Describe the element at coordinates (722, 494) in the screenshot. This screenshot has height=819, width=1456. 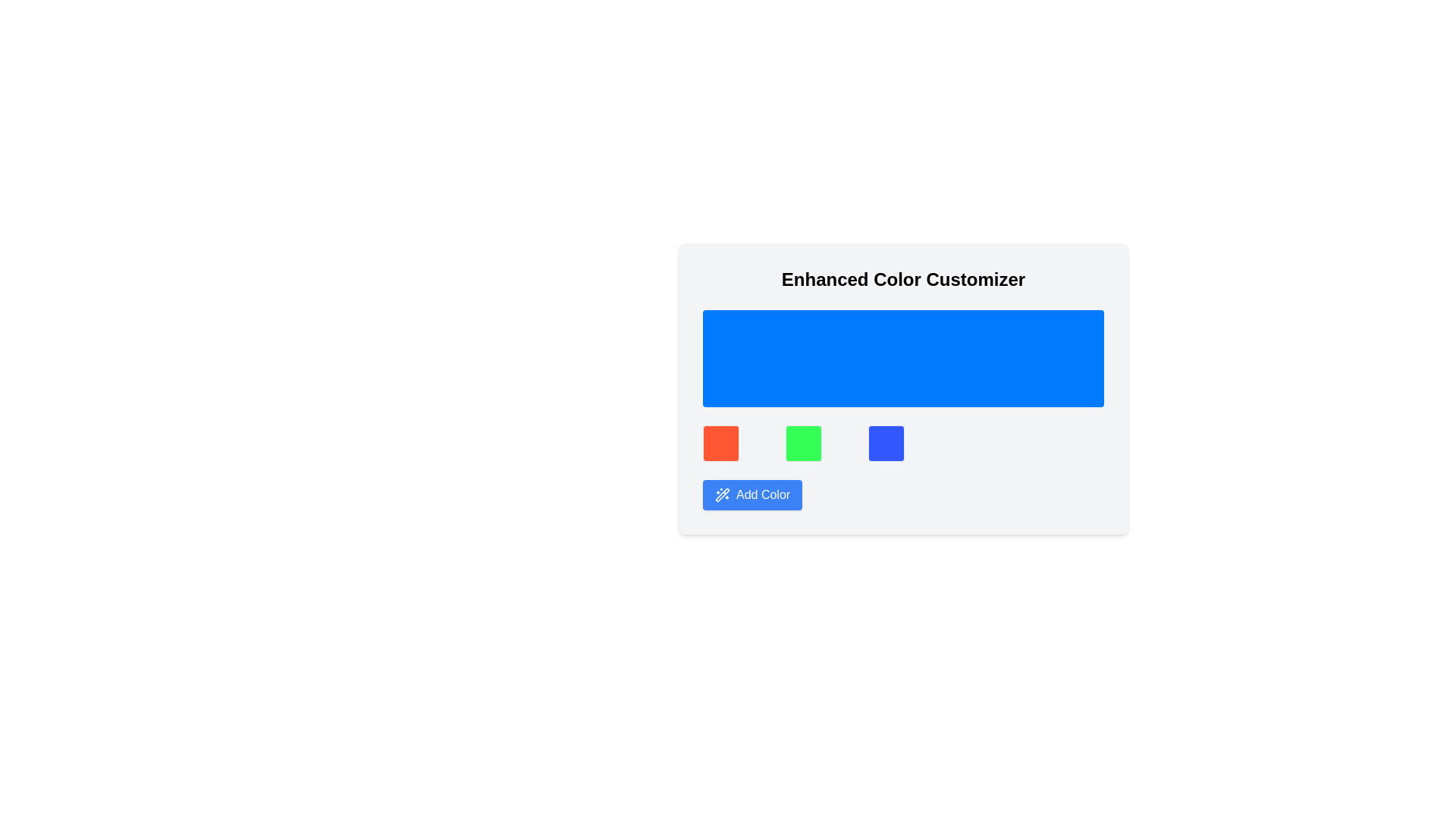
I see `the decorative SVG icon located within the 'Add Color' button in the color customizer interface` at that location.